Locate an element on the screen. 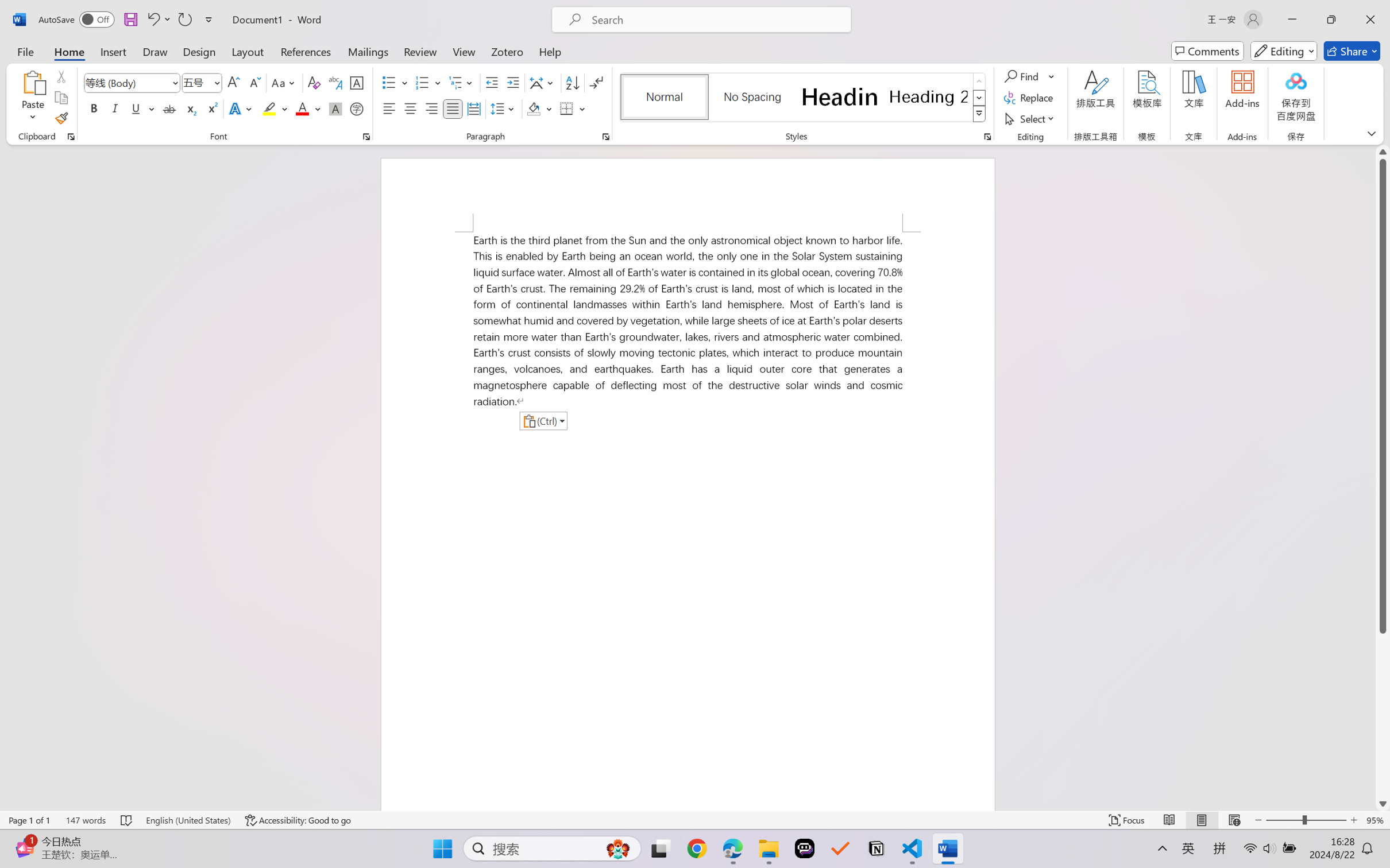  'Help' is located at coordinates (549, 51).